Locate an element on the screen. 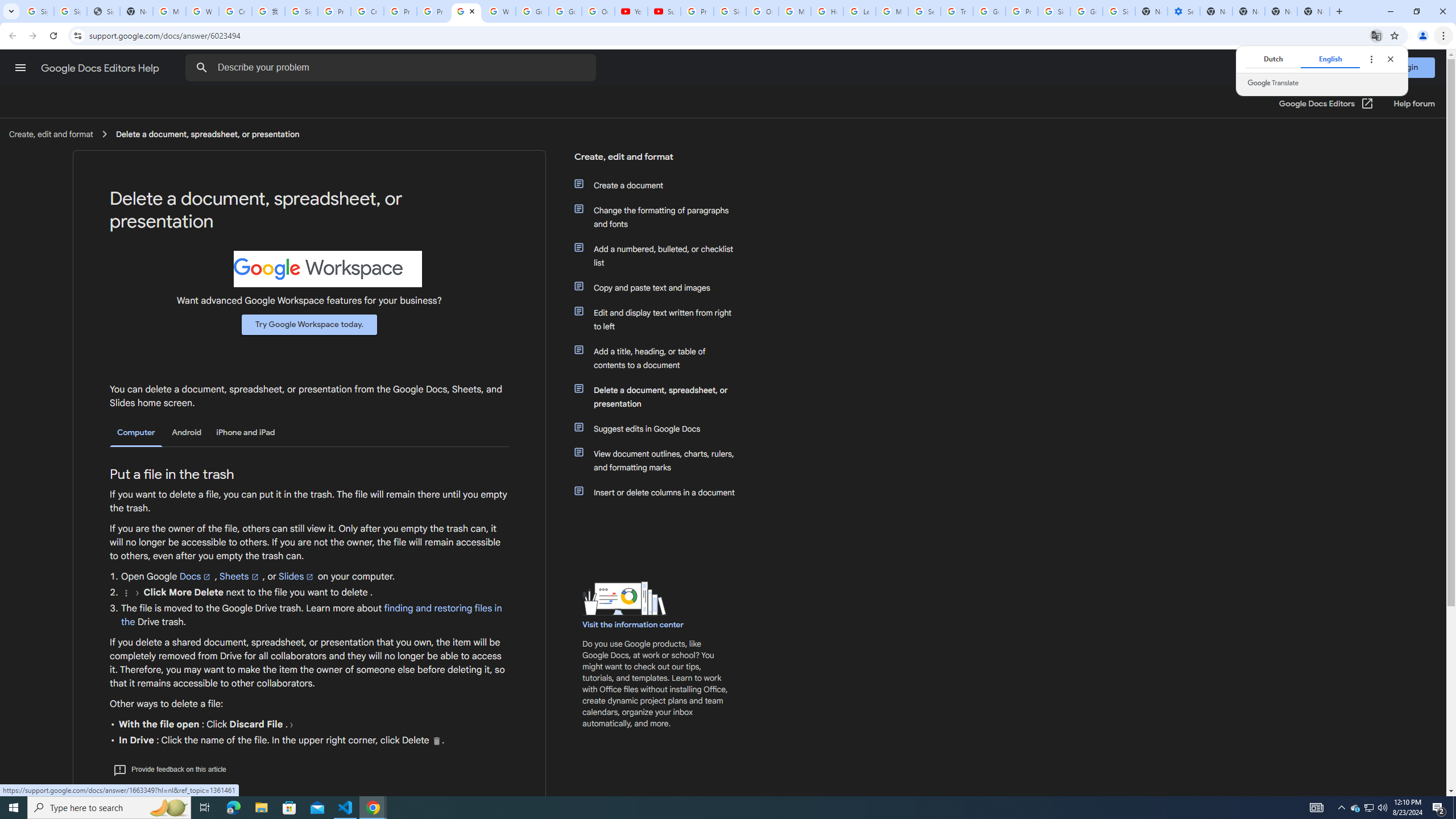  'Search the Help Center' is located at coordinates (201, 67).